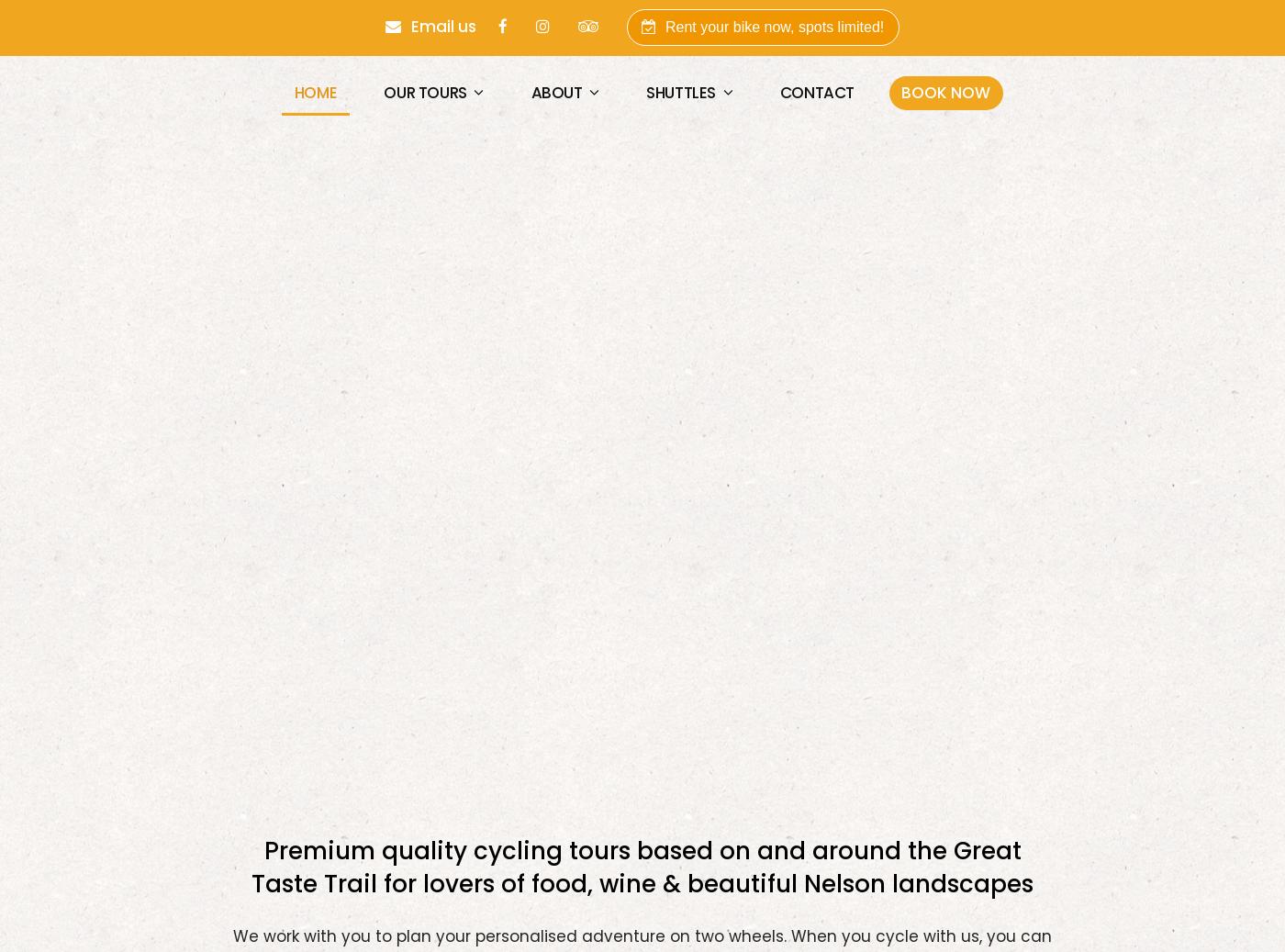 The height and width of the screenshot is (952, 1285). What do you see at coordinates (464, 269) in the screenshot?
I see `'Single Day Tours'` at bounding box center [464, 269].